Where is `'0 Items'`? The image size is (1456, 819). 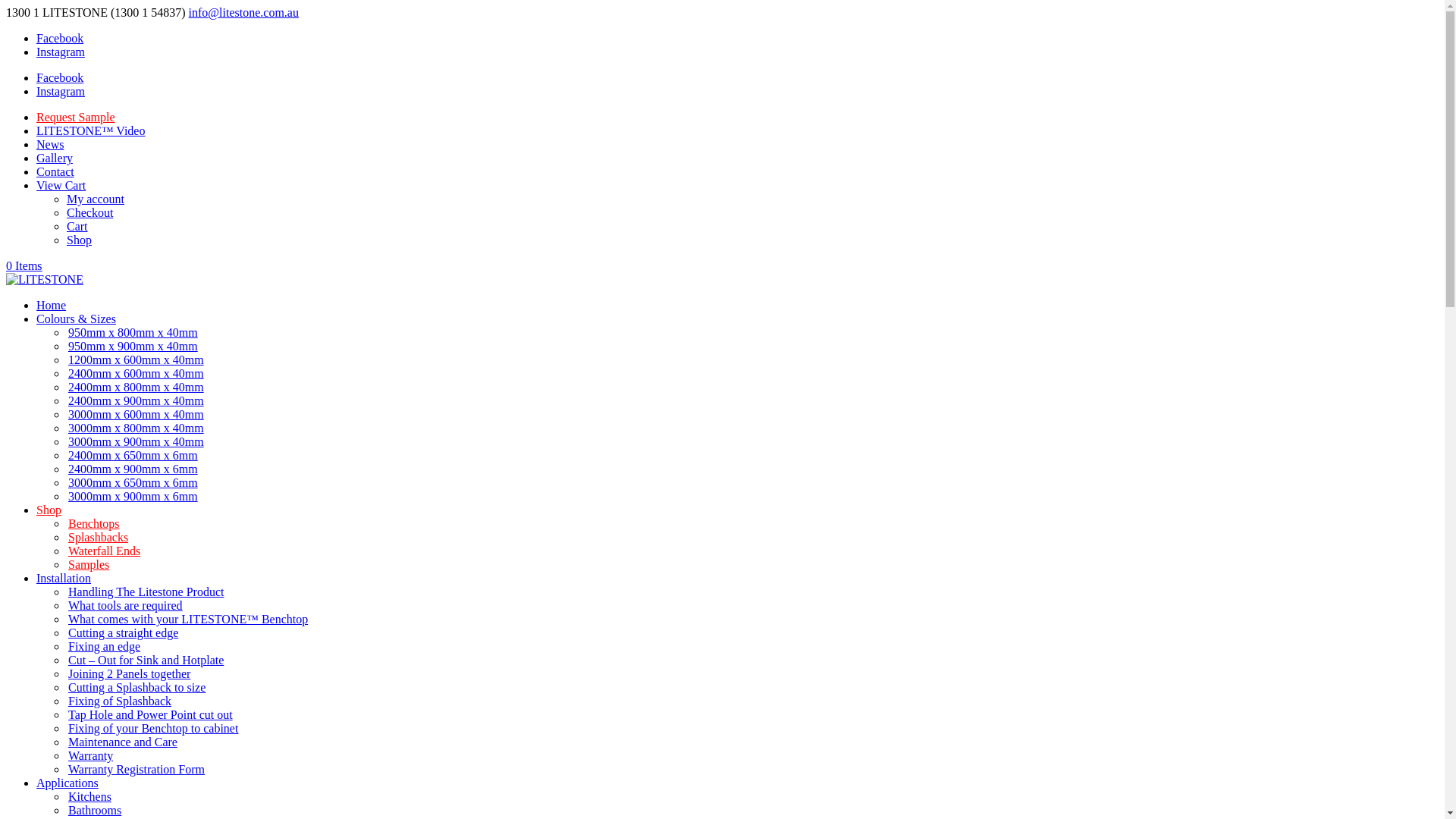 '0 Items' is located at coordinates (6, 265).